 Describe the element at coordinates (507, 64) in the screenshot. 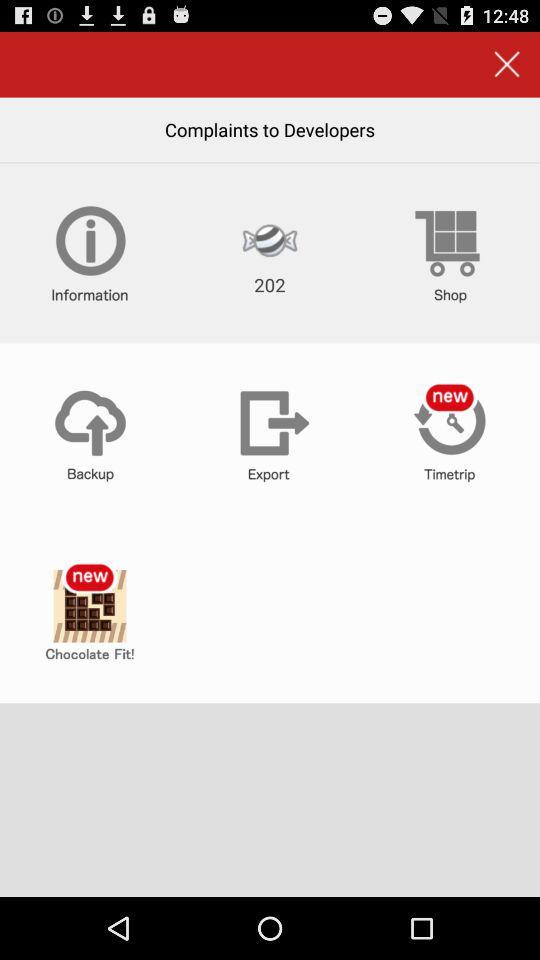

I see `the button above the complaints to developers` at that location.